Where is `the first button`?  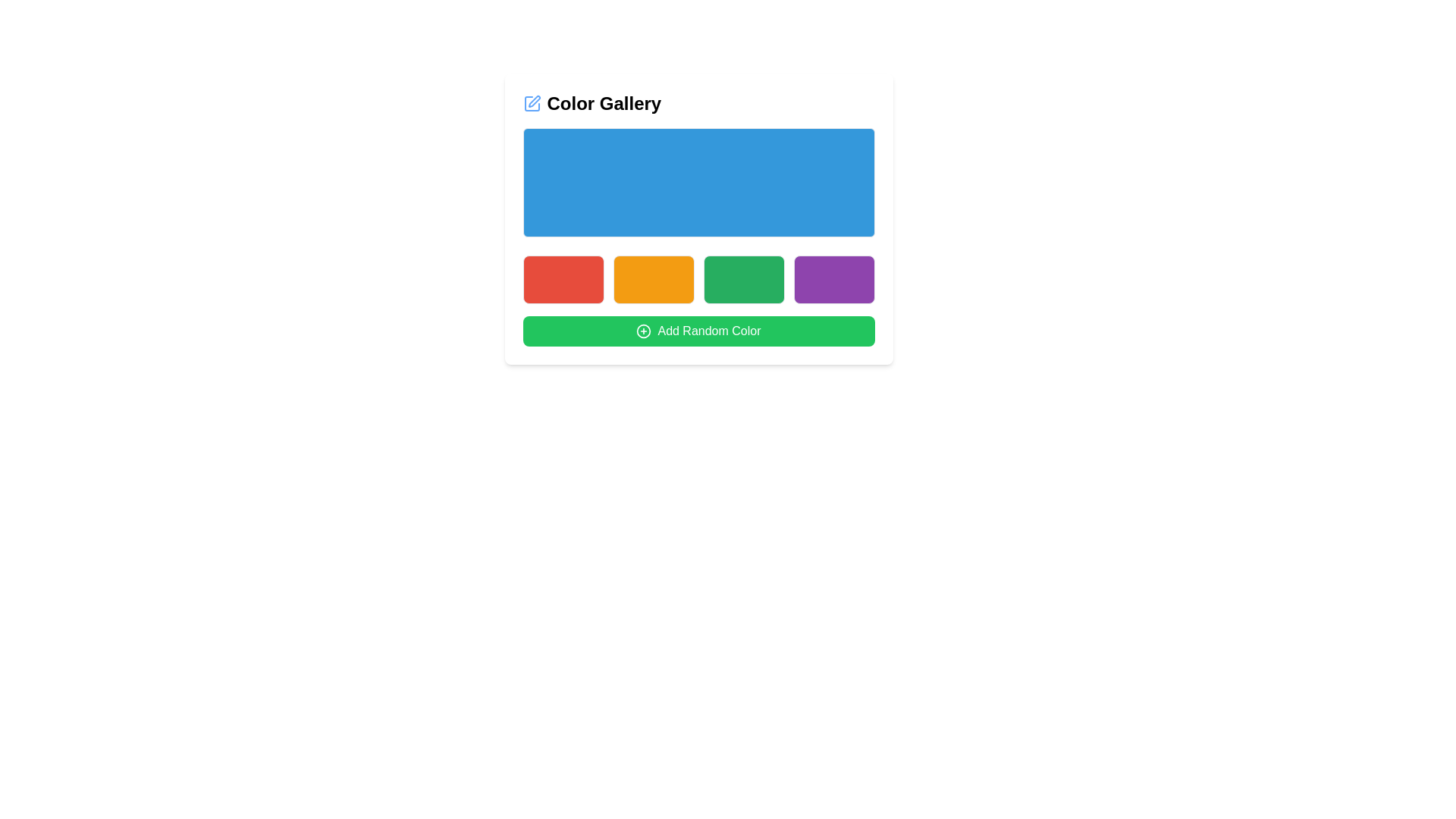 the first button is located at coordinates (563, 280).